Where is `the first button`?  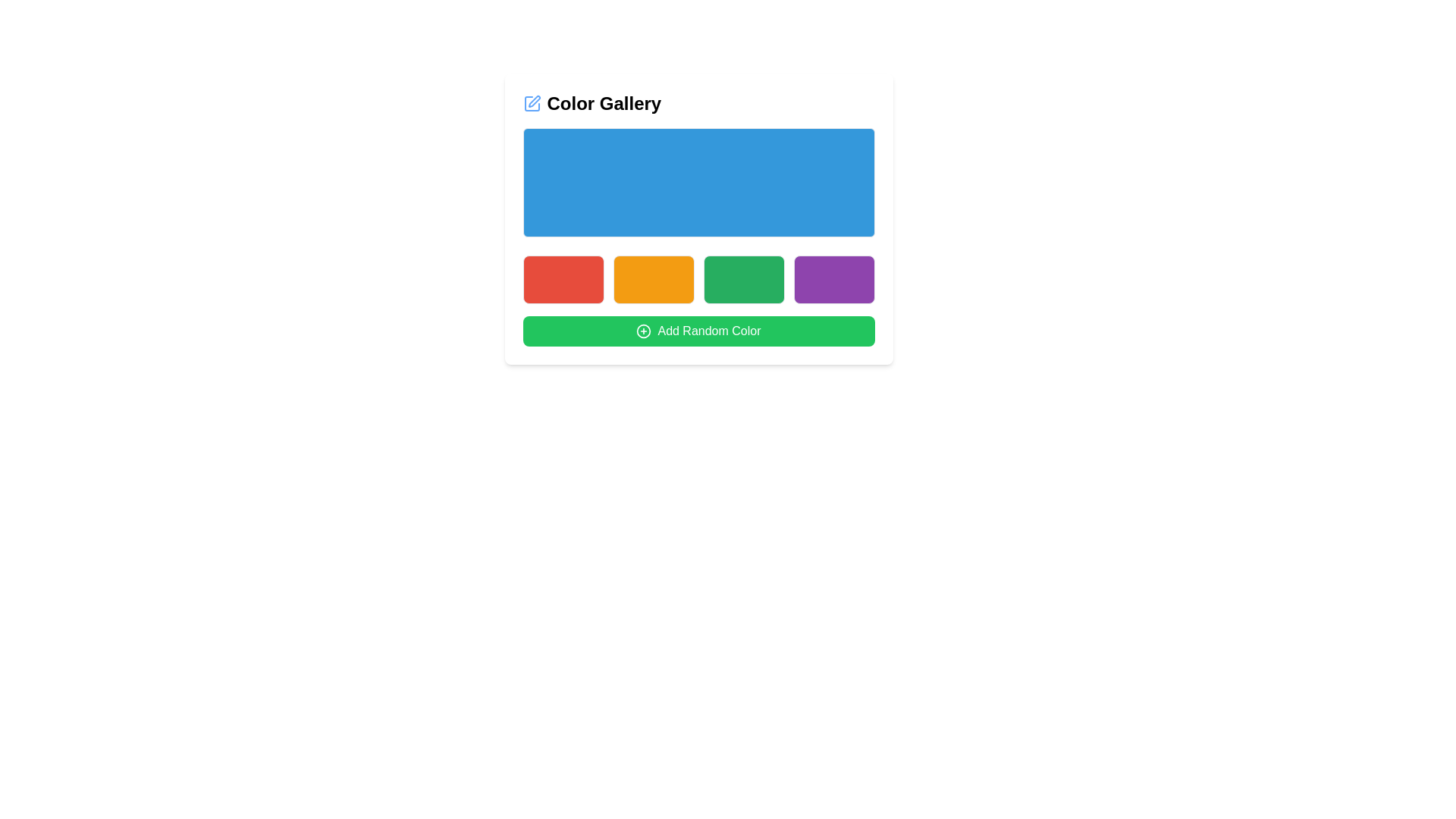 the first button is located at coordinates (563, 280).